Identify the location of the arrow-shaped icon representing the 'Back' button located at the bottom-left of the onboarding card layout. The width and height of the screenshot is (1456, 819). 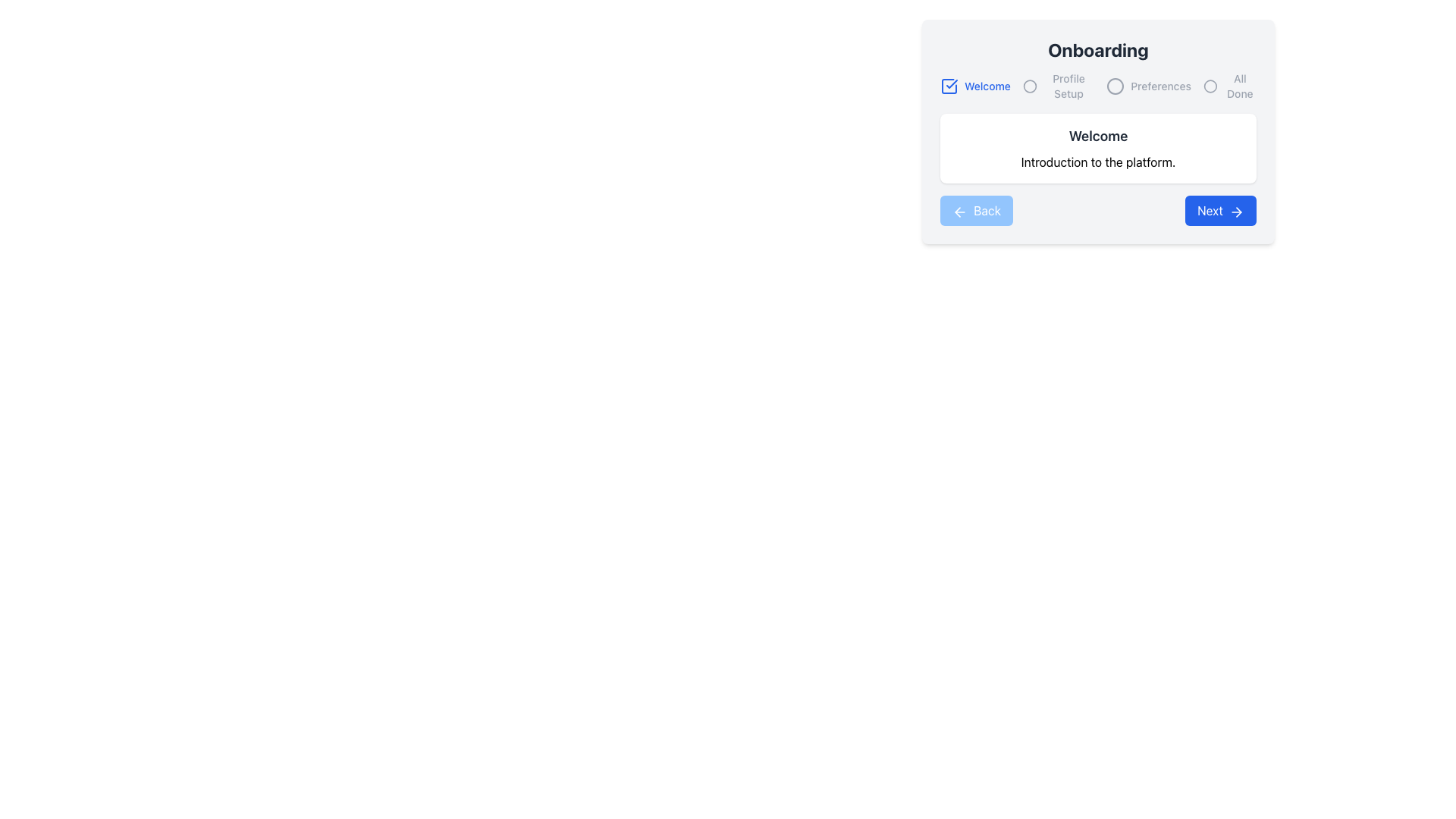
(957, 212).